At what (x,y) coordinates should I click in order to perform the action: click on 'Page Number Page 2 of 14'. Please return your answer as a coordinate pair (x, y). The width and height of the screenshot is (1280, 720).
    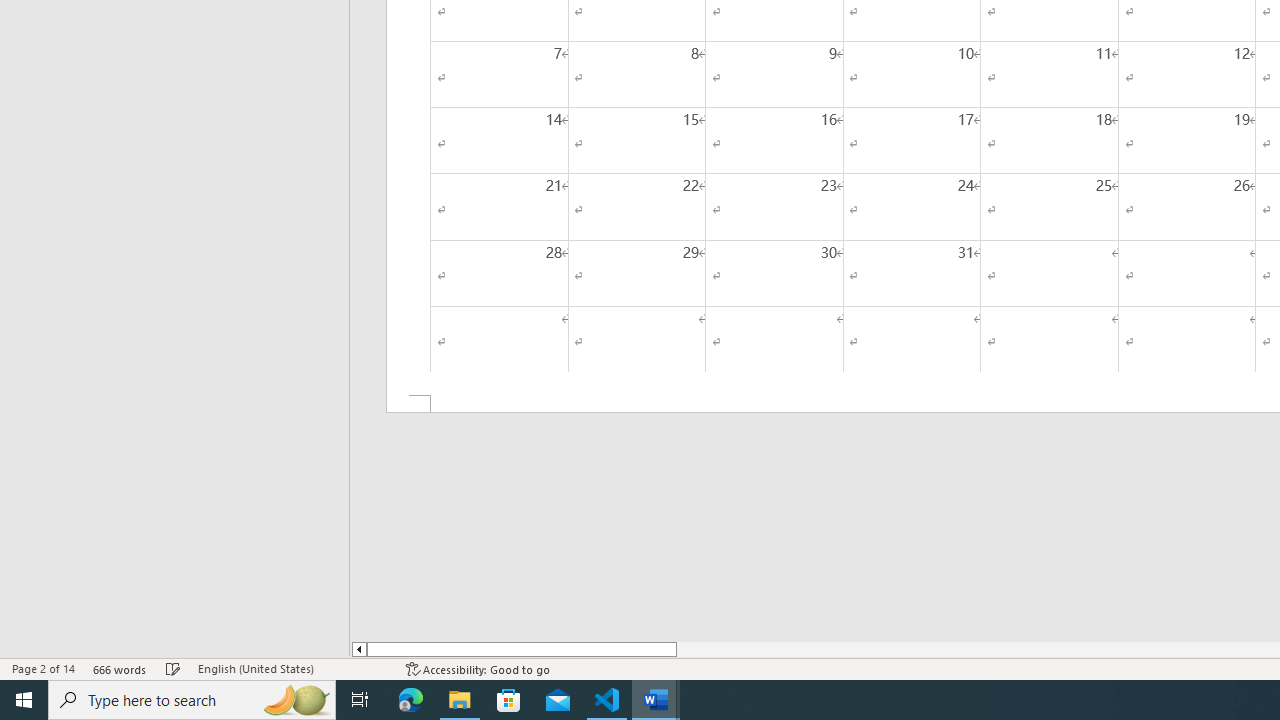
    Looking at the image, I should click on (43, 669).